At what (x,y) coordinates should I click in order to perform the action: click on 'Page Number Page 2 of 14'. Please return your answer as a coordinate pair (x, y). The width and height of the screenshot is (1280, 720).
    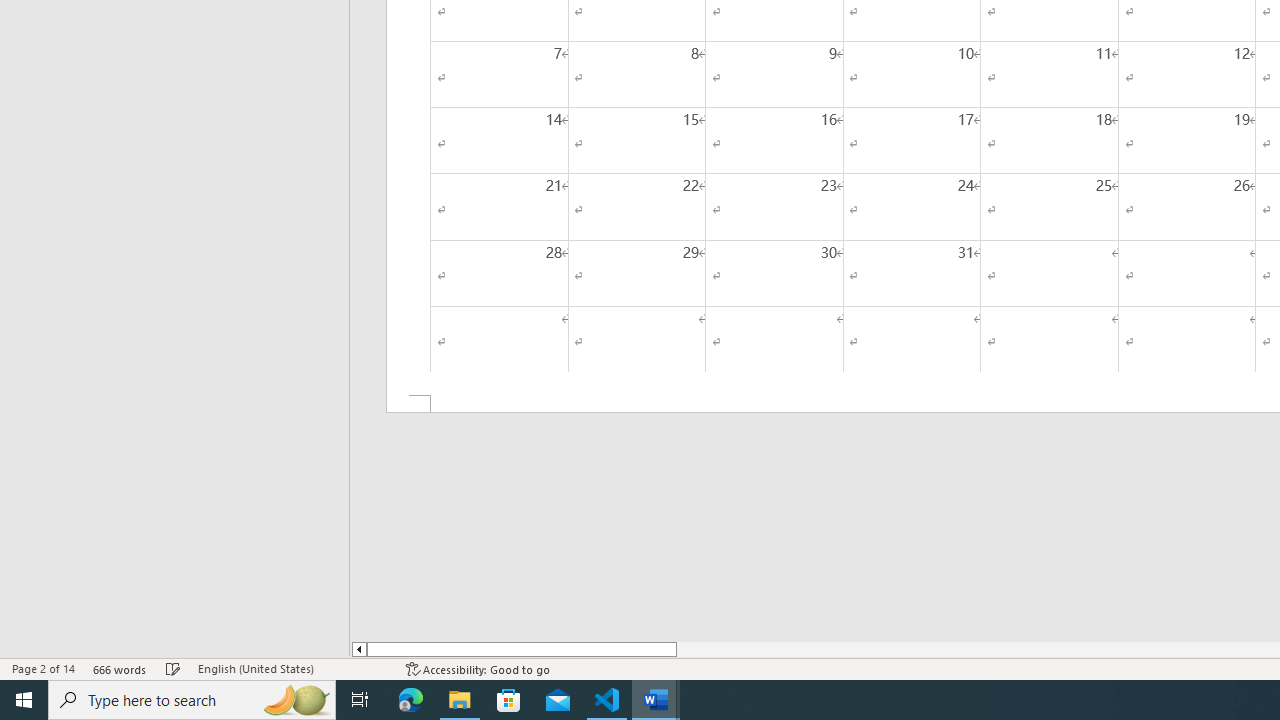
    Looking at the image, I should click on (43, 669).